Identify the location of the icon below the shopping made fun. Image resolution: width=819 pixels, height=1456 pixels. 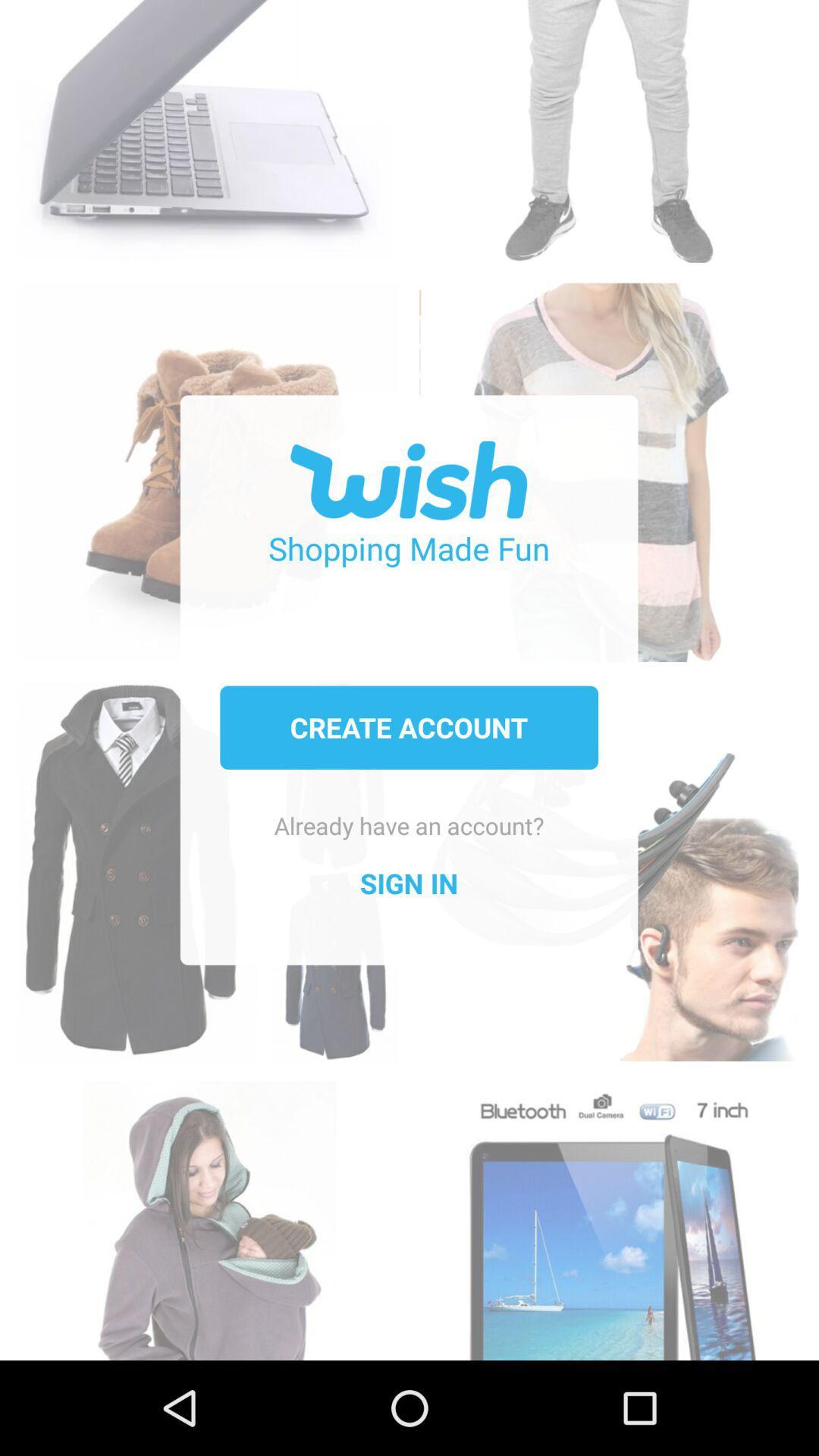
(408, 726).